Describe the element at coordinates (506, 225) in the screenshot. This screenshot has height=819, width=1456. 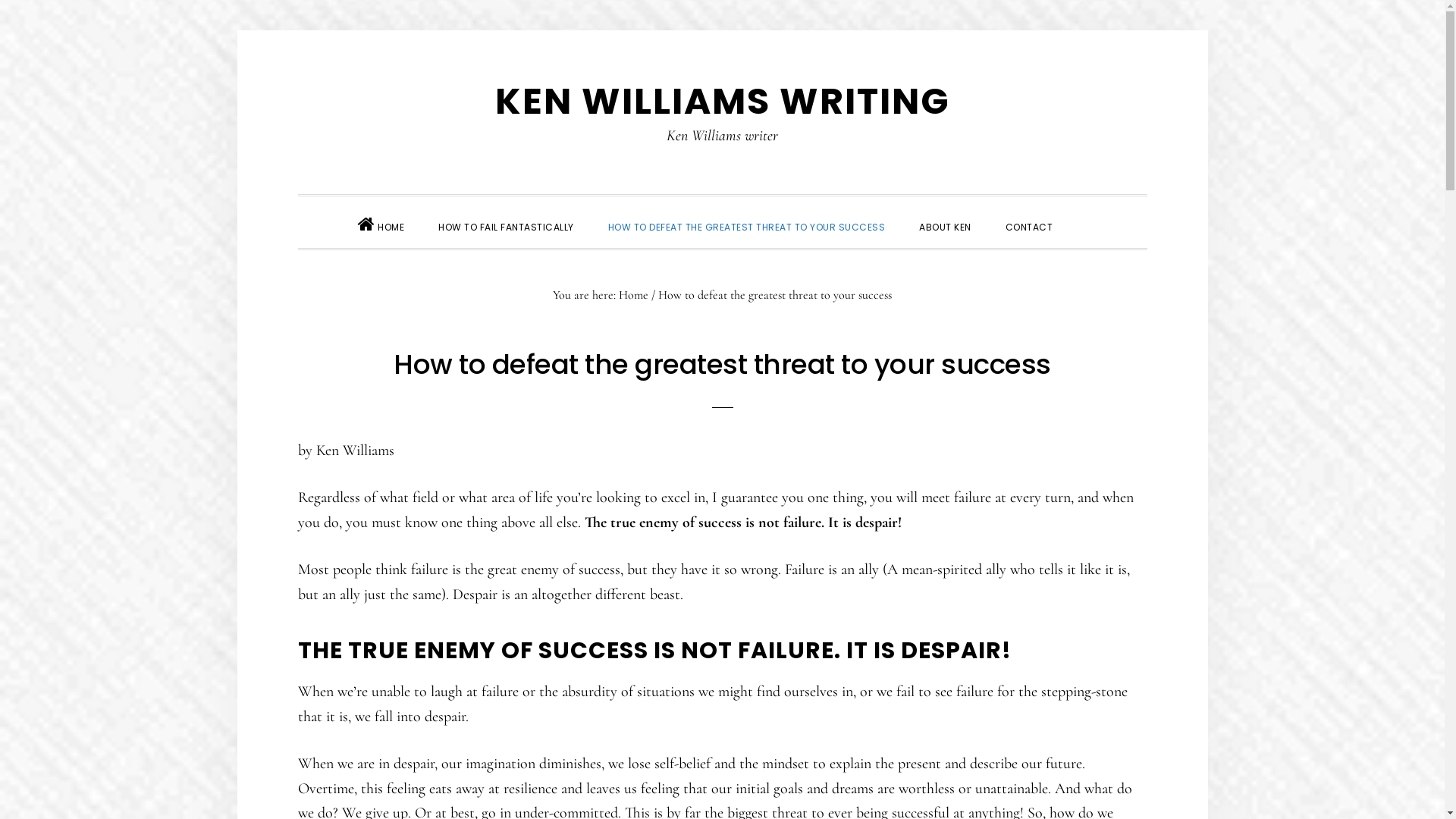
I see `'HOW TO FAIL FANTASTICALLY'` at that location.